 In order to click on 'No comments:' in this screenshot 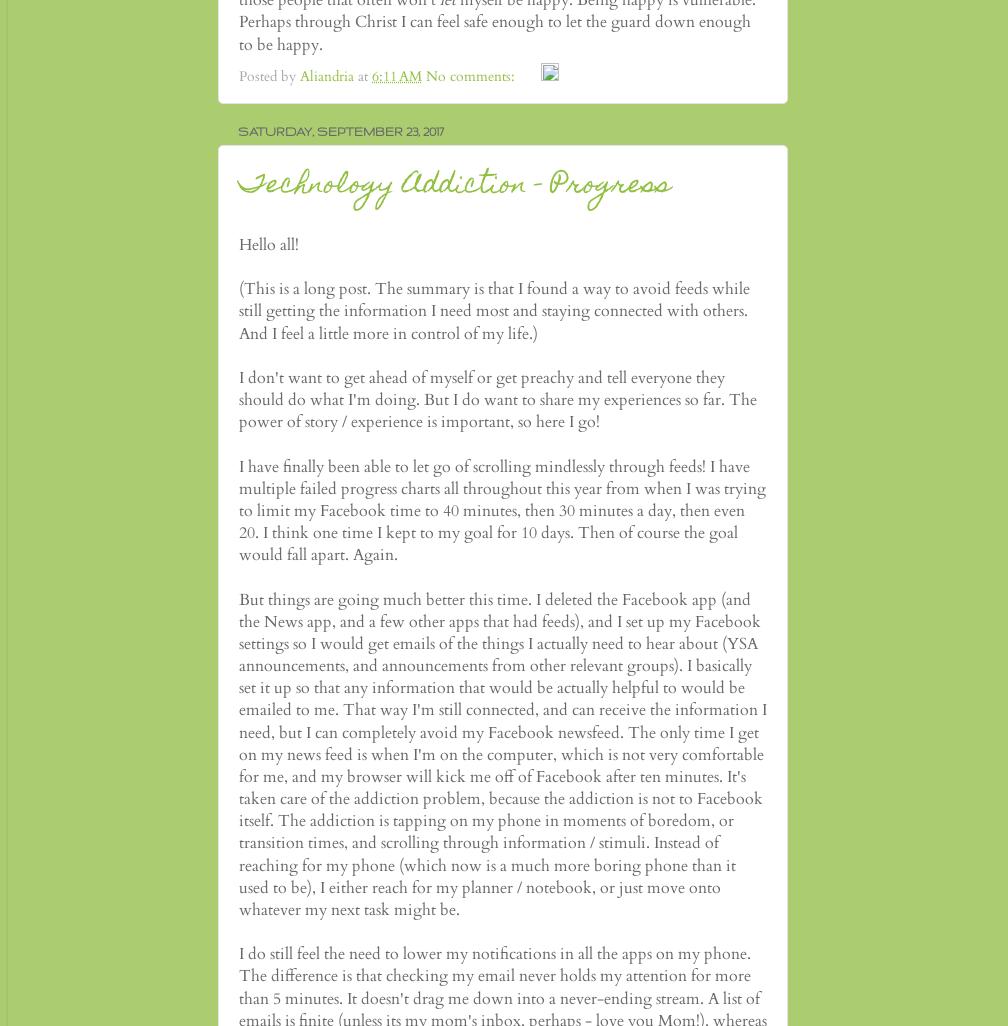, I will do `click(472, 74)`.